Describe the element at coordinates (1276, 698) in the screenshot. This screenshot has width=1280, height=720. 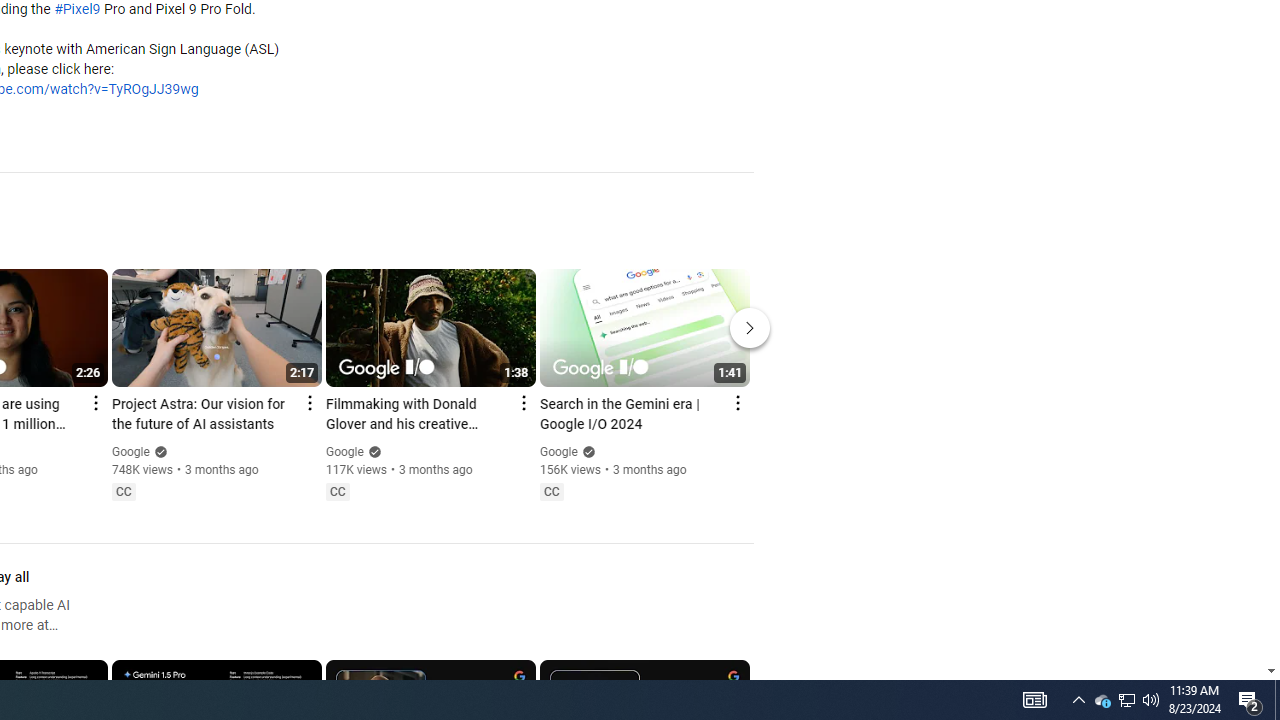
I see `'Action Center, 2 new notifications'` at that location.